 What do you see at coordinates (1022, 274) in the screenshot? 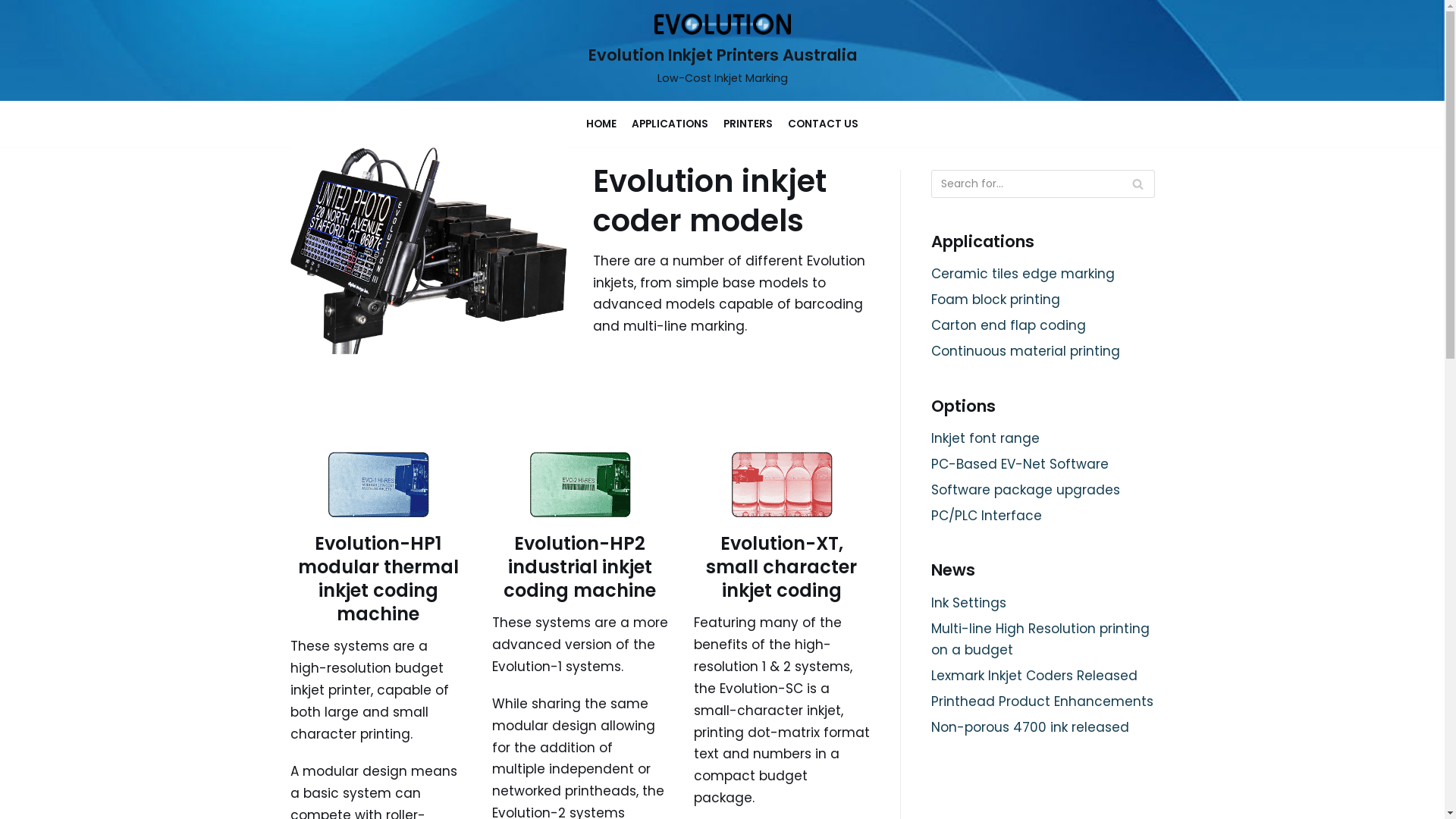
I see `'Ceramic tiles edge marking'` at bounding box center [1022, 274].